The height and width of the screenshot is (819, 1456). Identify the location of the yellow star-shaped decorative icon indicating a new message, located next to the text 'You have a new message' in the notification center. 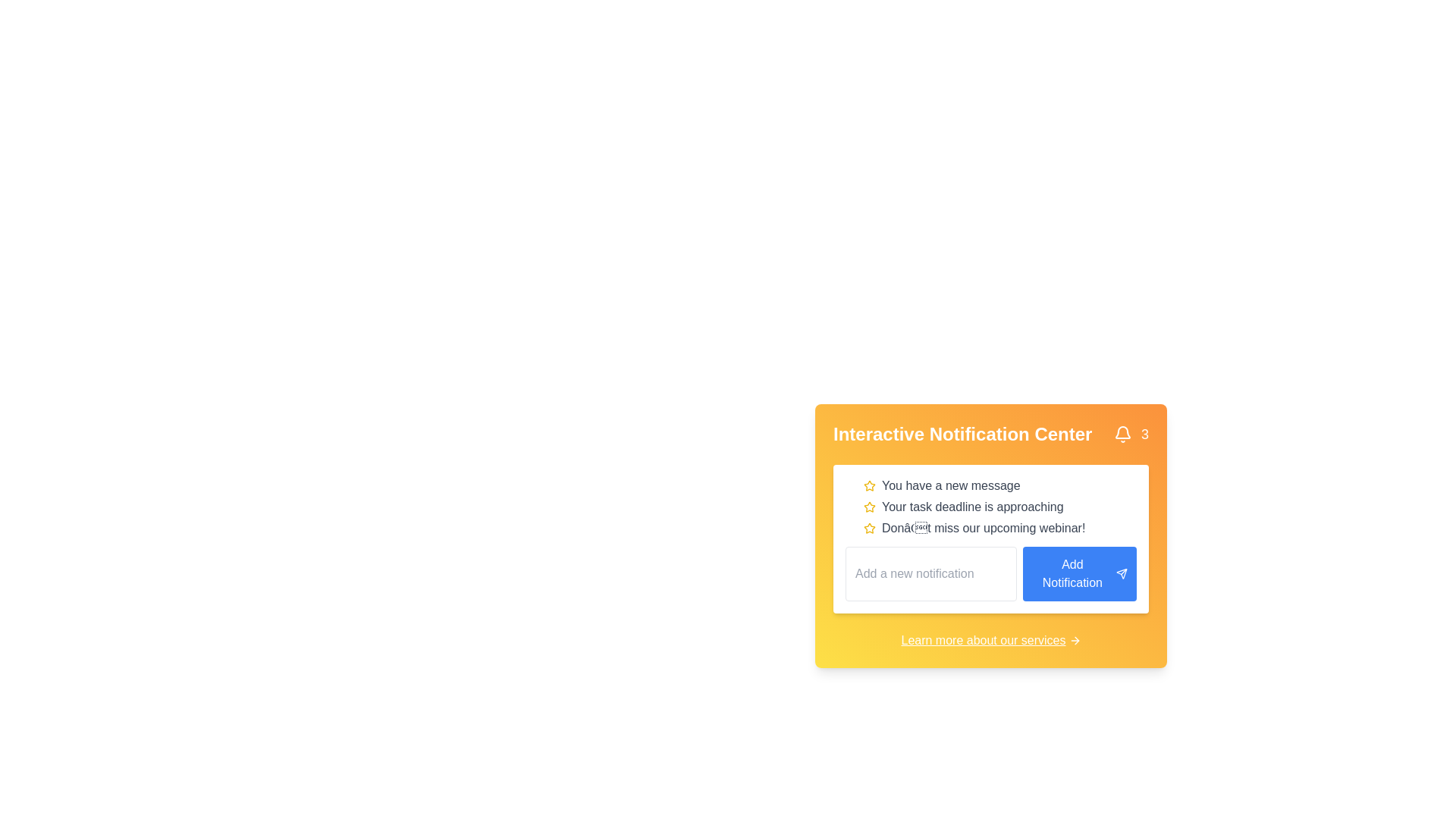
(870, 485).